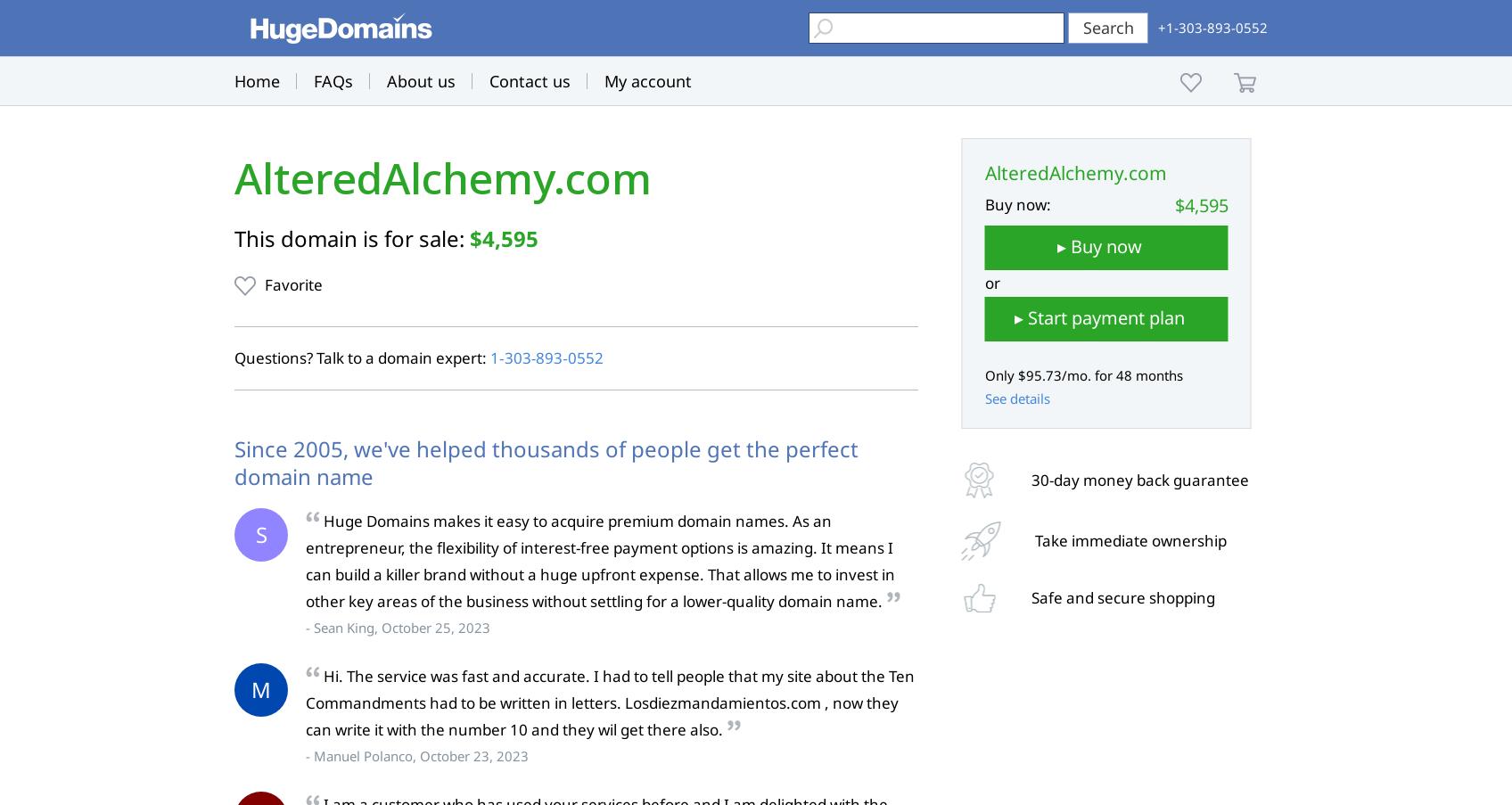  I want to click on 'Since 2005, we've helped thousands of people get the perfect domain name', so click(546, 461).